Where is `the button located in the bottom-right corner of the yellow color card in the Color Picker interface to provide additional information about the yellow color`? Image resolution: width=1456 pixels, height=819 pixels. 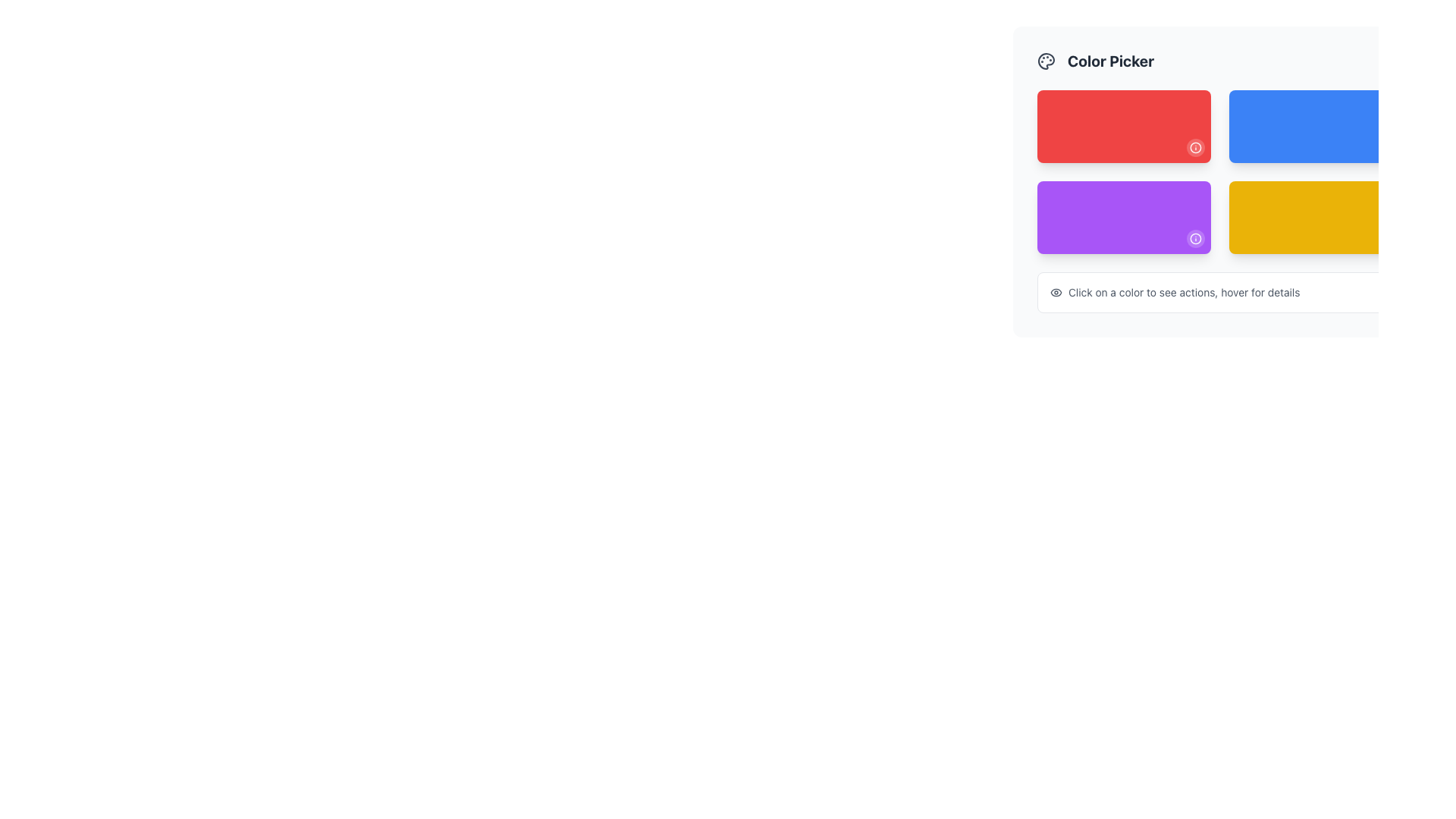
the button located in the bottom-right corner of the yellow color card in the Color Picker interface to provide additional information about the yellow color is located at coordinates (1388, 239).